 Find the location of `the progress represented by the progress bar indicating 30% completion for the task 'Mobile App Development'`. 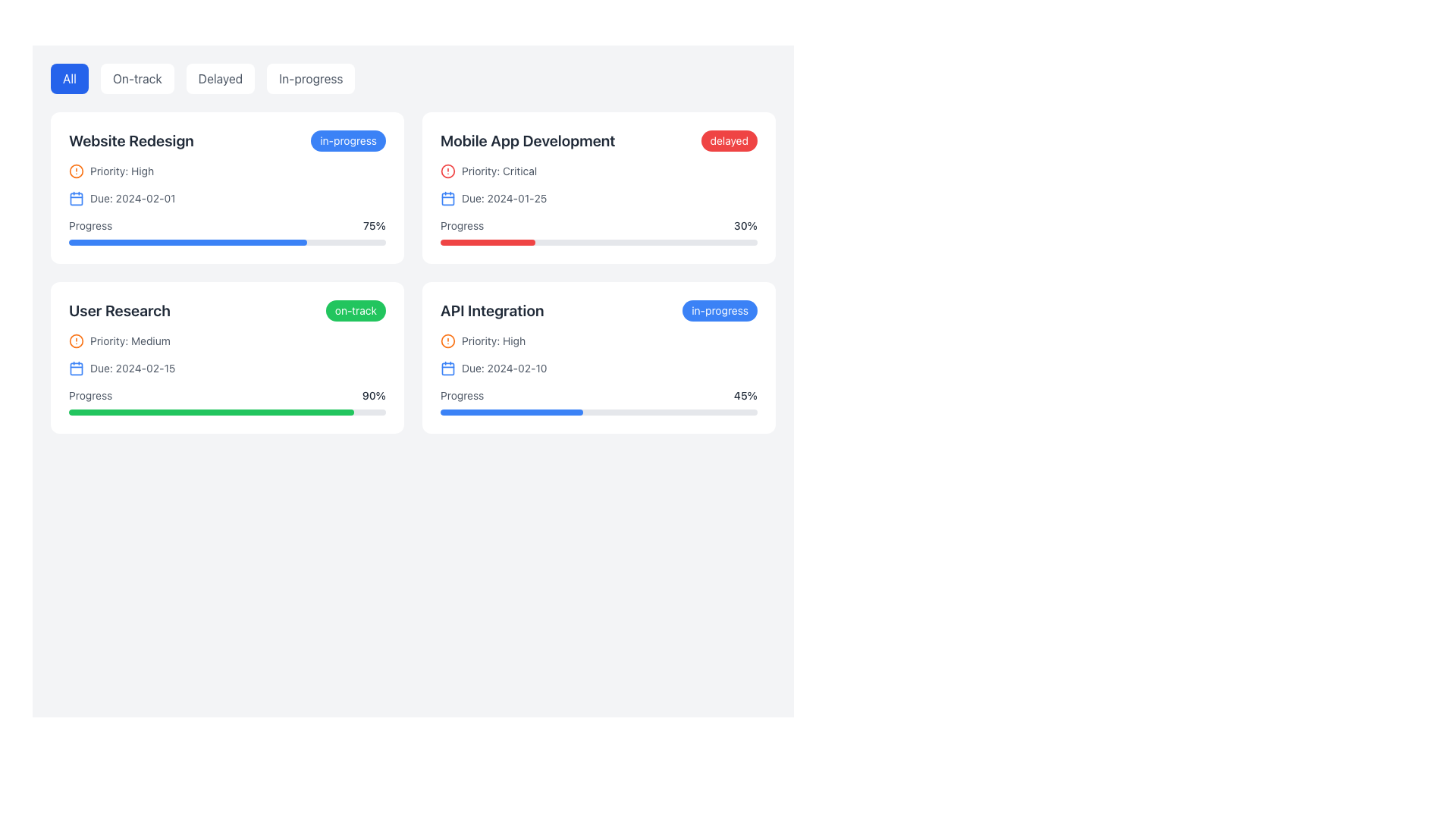

the progress represented by the progress bar indicating 30% completion for the task 'Mobile App Development' is located at coordinates (598, 242).